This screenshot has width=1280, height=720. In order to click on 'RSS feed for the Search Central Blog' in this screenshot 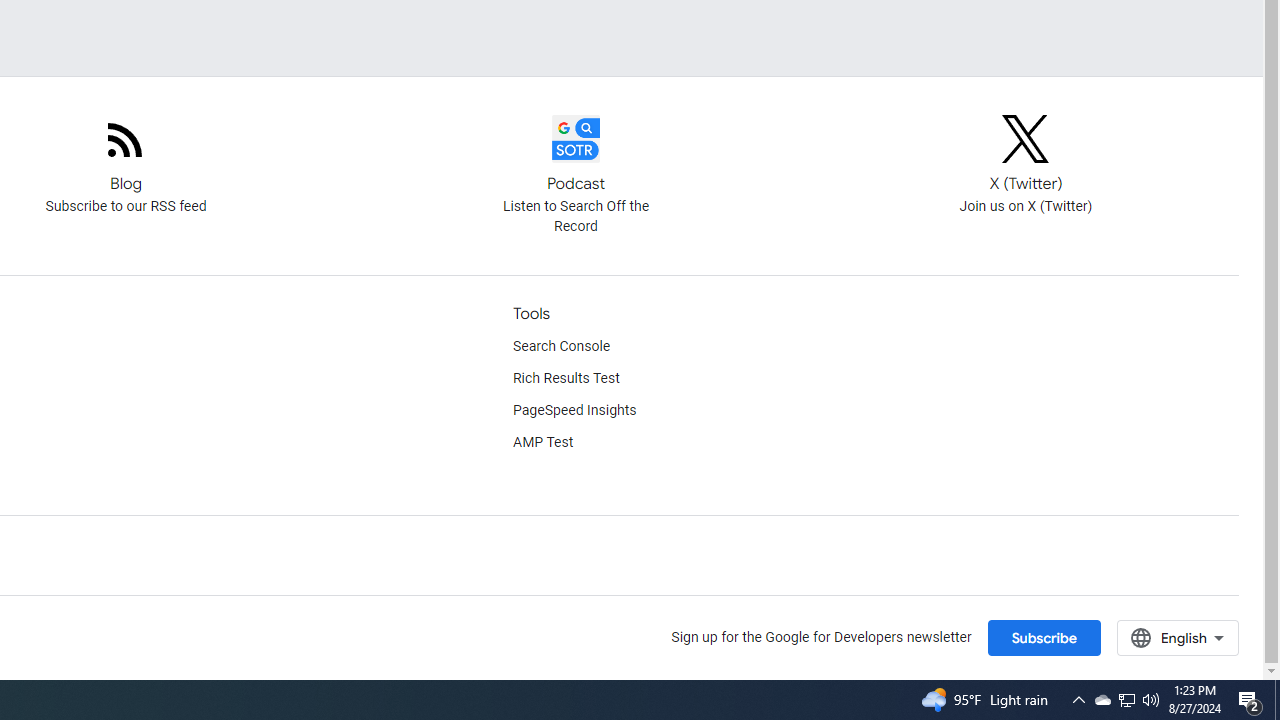, I will do `click(124, 155)`.